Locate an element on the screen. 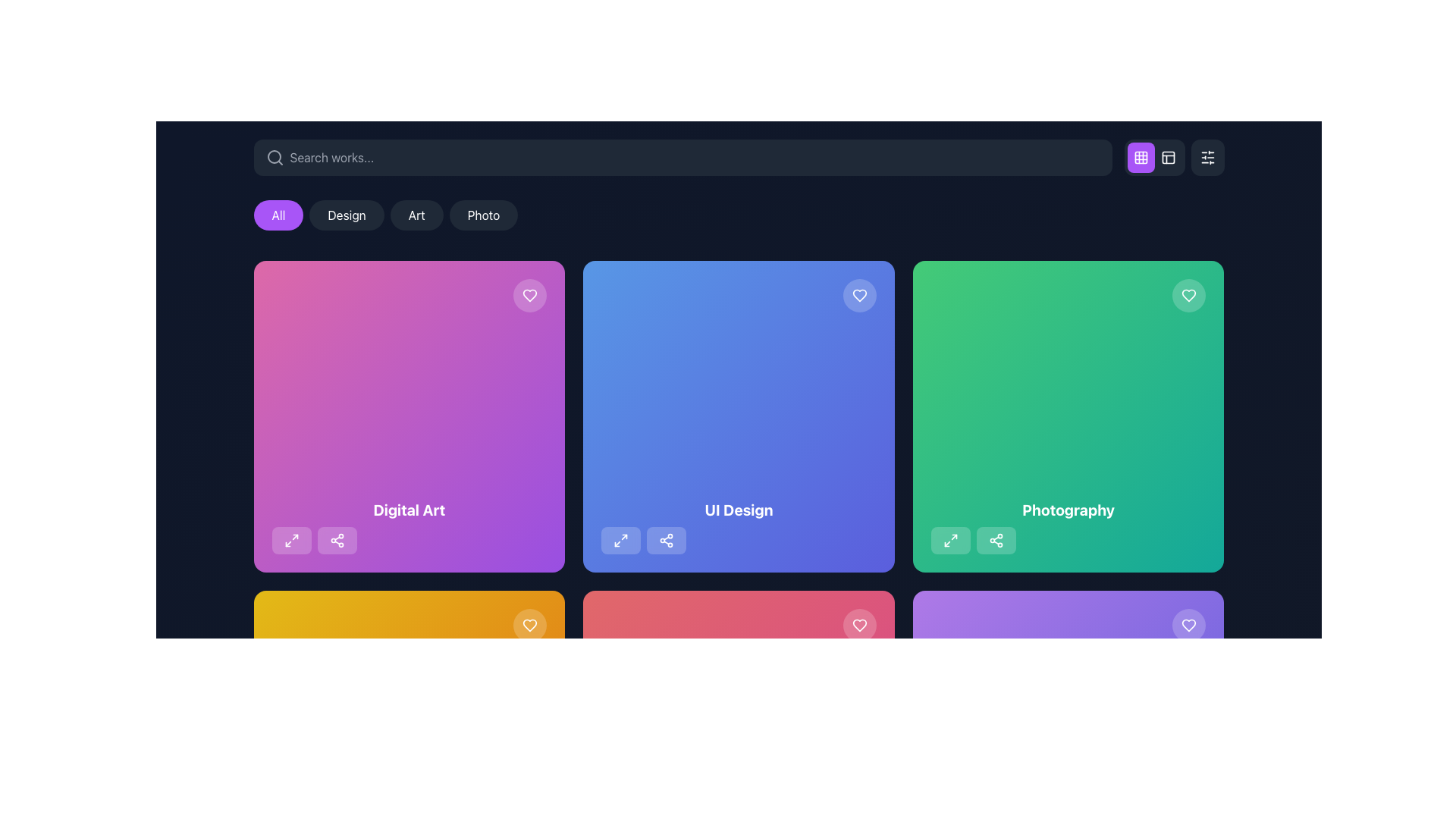  the top-right menu icon that toggles the top-left panel layout view is located at coordinates (1167, 158).